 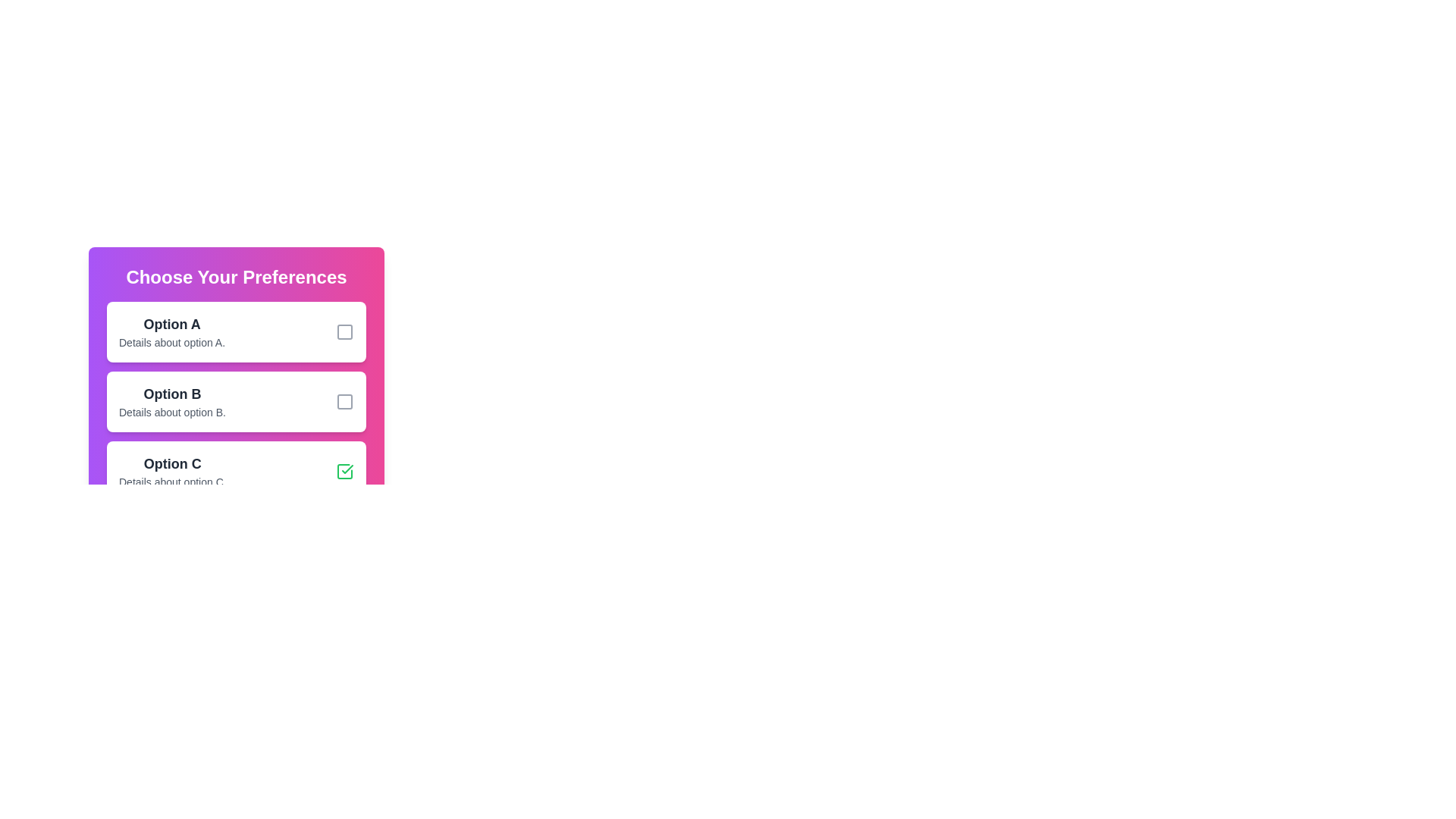 What do you see at coordinates (344, 331) in the screenshot?
I see `the interactive checkbox for 'Option A' to provide visual feedback` at bounding box center [344, 331].